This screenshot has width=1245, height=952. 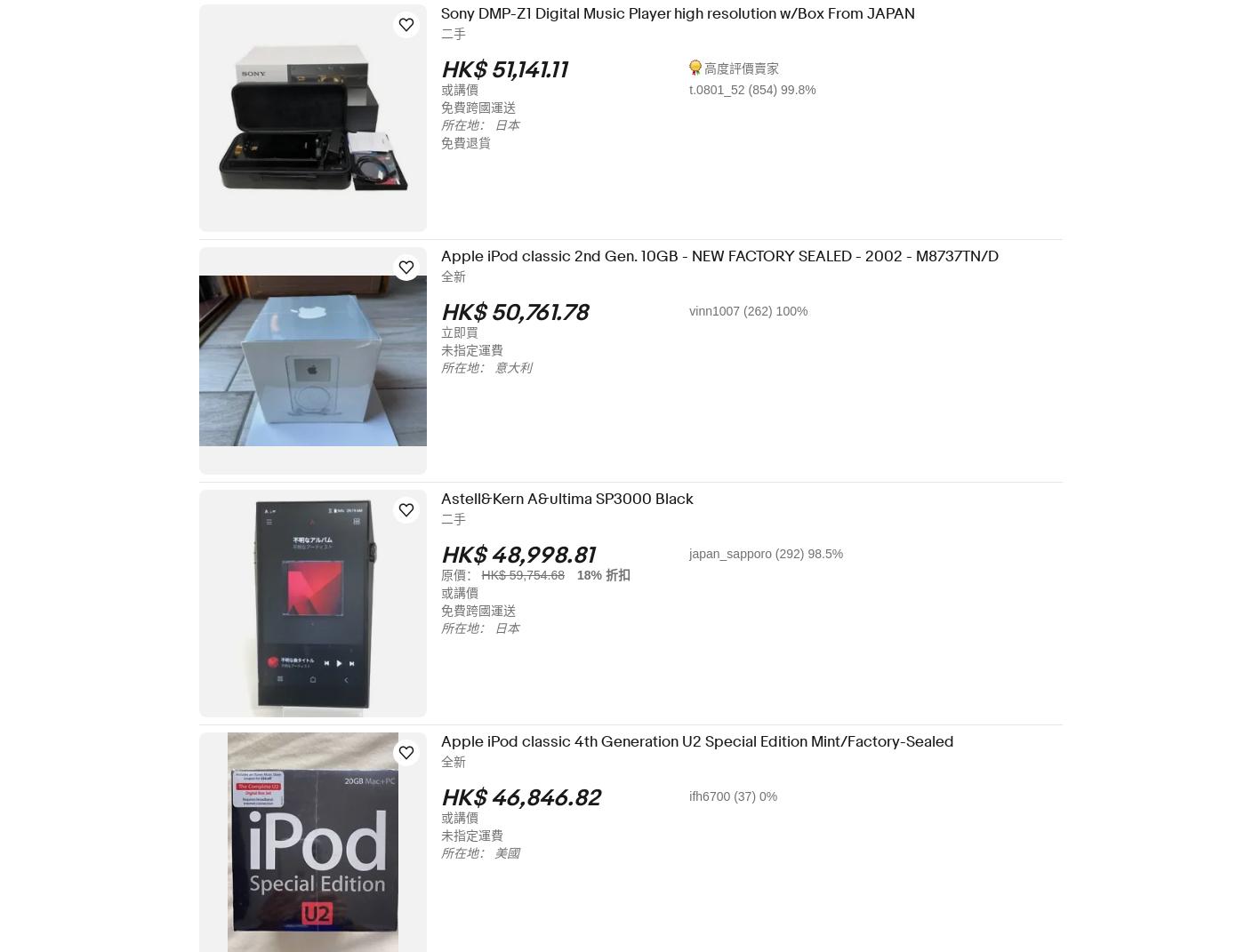 What do you see at coordinates (764, 89) in the screenshot?
I see `'t.0801_52 (854) 99.8%'` at bounding box center [764, 89].